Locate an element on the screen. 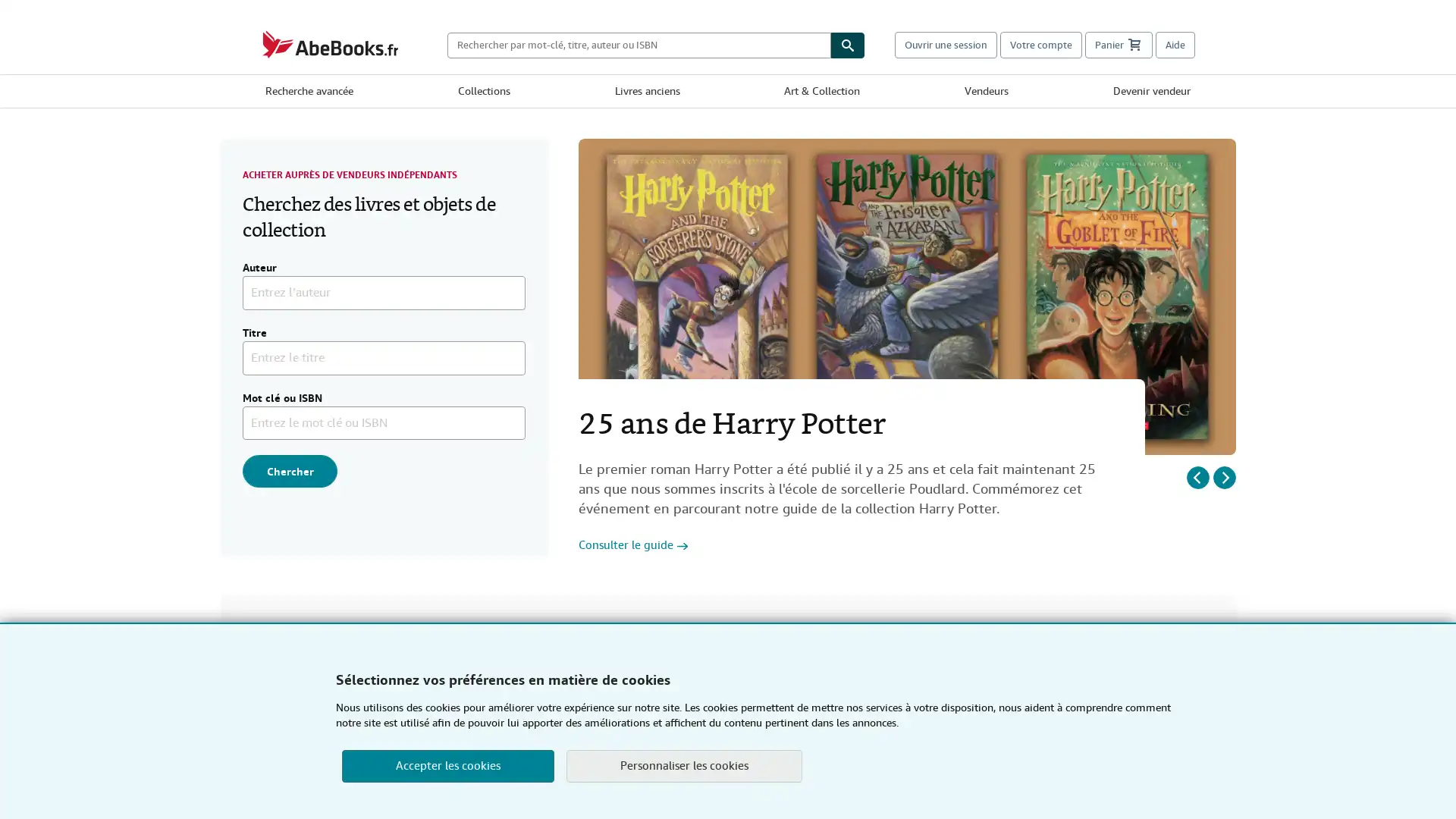 The height and width of the screenshot is (819, 1456). Accepter les cookies is located at coordinates (447, 766).